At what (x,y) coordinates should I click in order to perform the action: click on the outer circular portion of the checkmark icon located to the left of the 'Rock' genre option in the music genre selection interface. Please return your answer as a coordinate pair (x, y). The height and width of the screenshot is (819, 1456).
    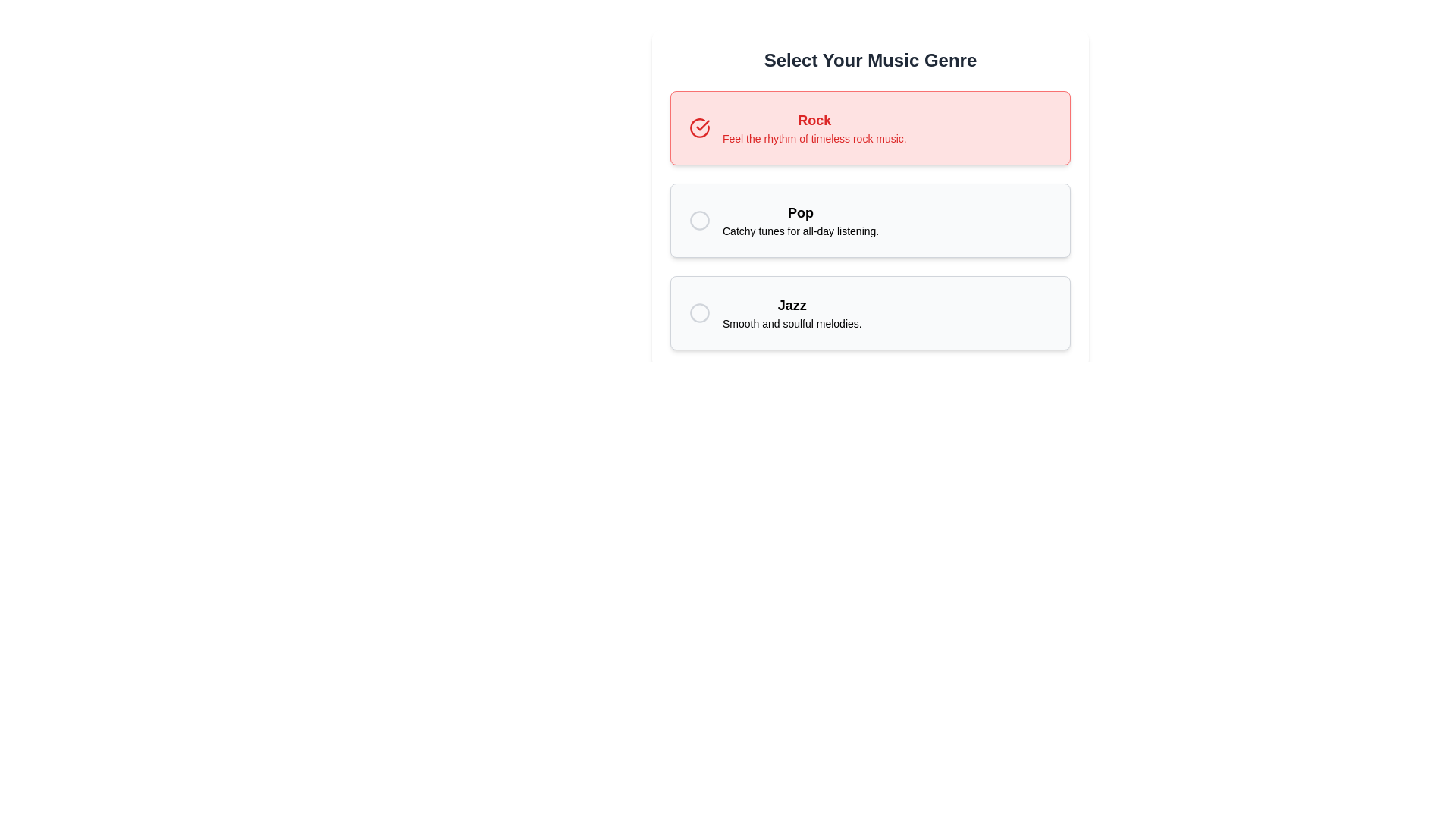
    Looking at the image, I should click on (698, 127).